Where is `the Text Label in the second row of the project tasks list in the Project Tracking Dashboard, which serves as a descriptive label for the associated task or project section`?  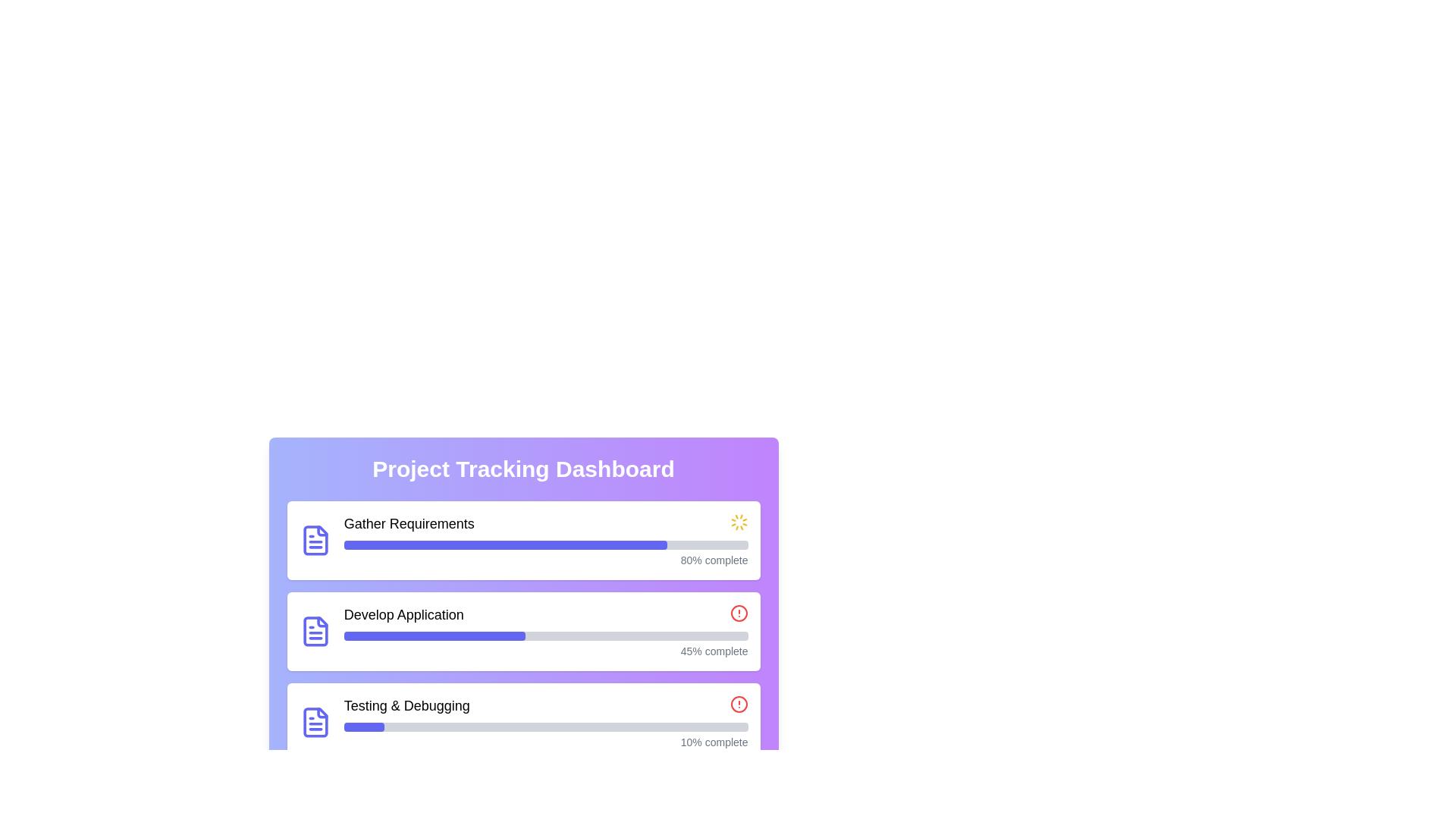 the Text Label in the second row of the project tasks list in the Project Tracking Dashboard, which serves as a descriptive label for the associated task or project section is located at coordinates (403, 614).